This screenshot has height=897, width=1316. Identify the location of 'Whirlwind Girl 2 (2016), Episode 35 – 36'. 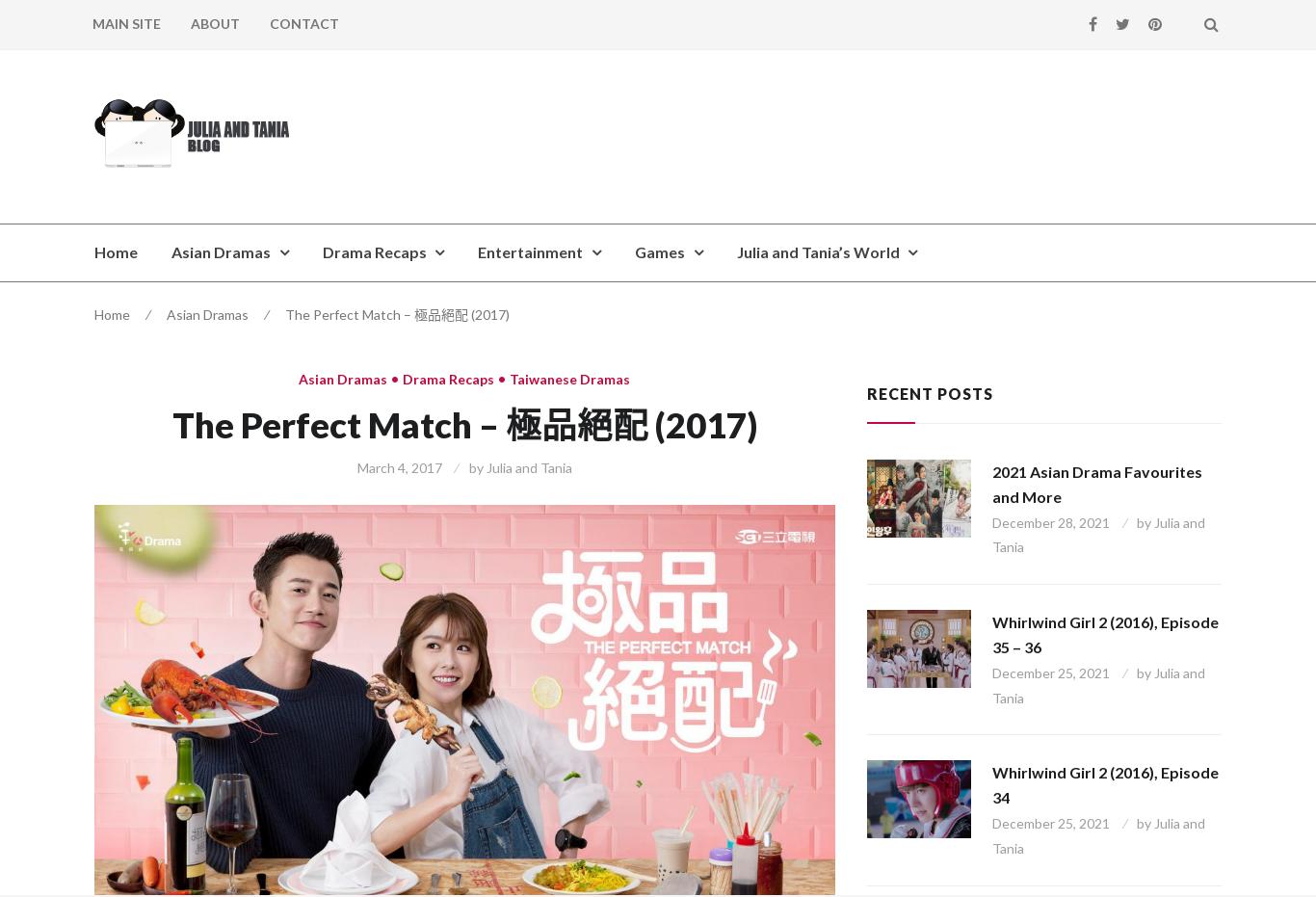
(1105, 634).